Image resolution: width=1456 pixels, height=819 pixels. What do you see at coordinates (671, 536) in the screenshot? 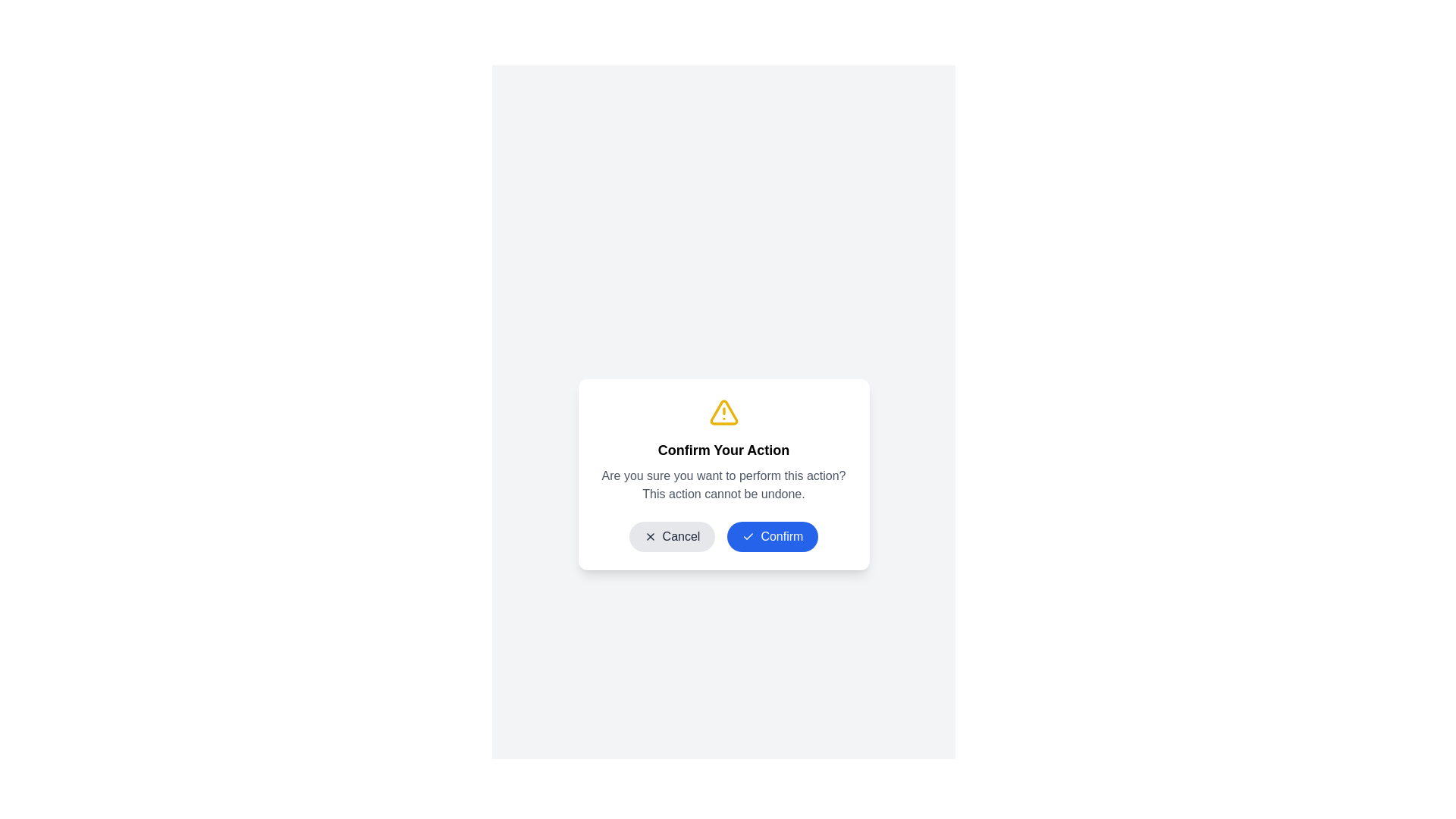
I see `the cancel button located at the bottom left of the button group in the confirmation dialog to observe a color change` at bounding box center [671, 536].